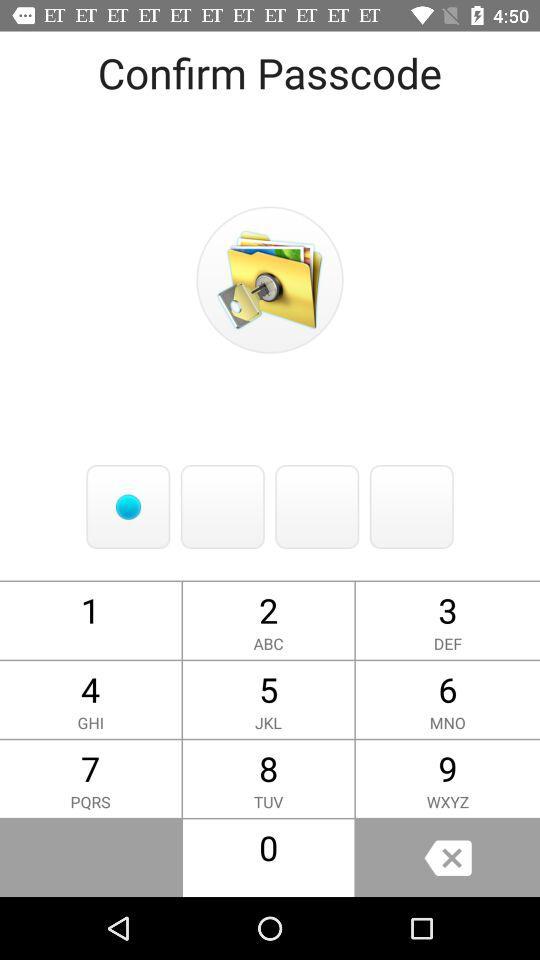 Image resolution: width=540 pixels, height=960 pixels. What do you see at coordinates (447, 857) in the screenshot?
I see `delete` at bounding box center [447, 857].